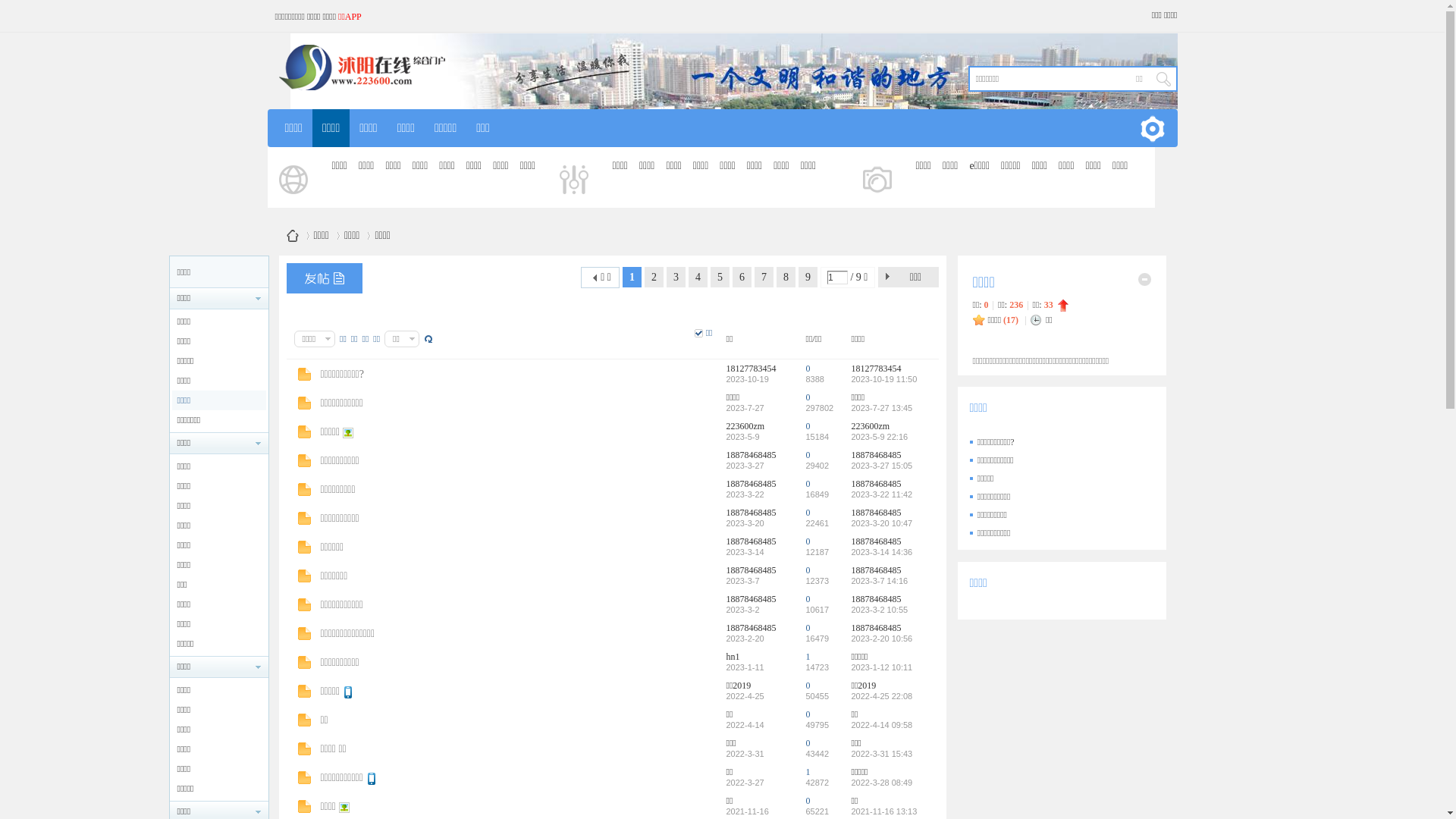  I want to click on '2023-3-2 10:55', so click(879, 608).